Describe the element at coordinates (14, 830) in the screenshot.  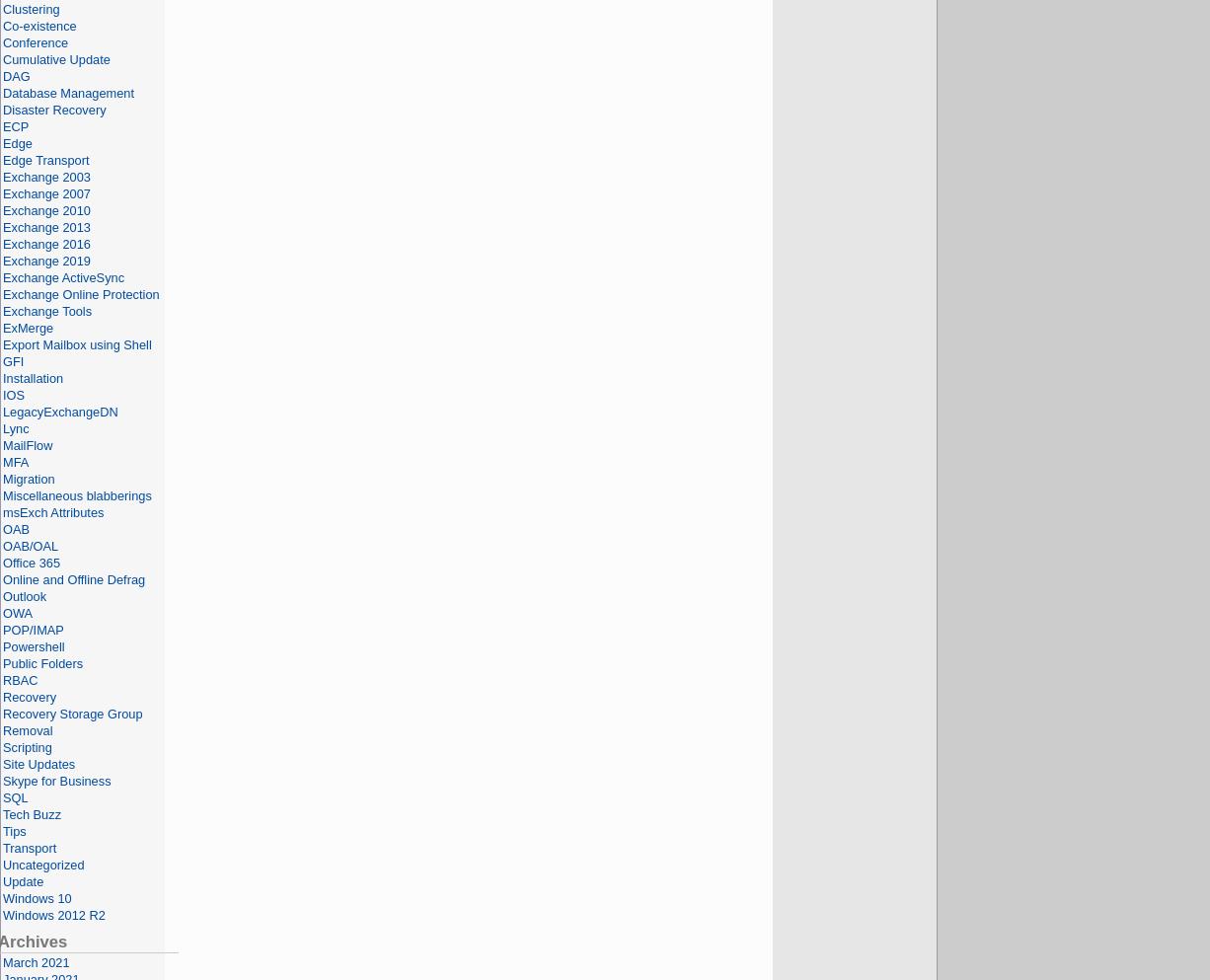
I see `'Tips'` at that location.